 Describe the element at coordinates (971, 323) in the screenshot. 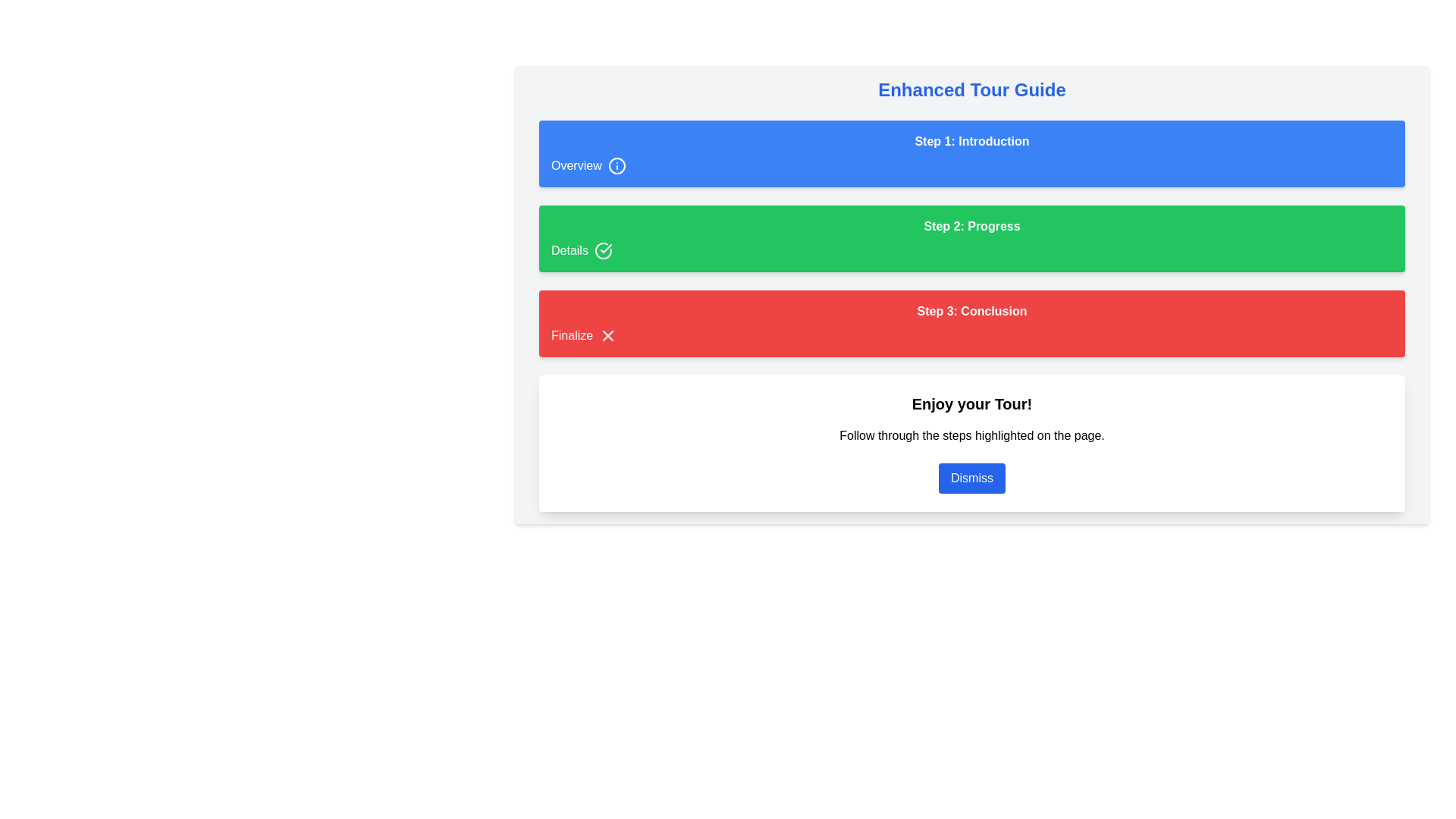

I see `the Guided step panel titled 'Conclusion' which represents Step 3 in the guided process` at that location.